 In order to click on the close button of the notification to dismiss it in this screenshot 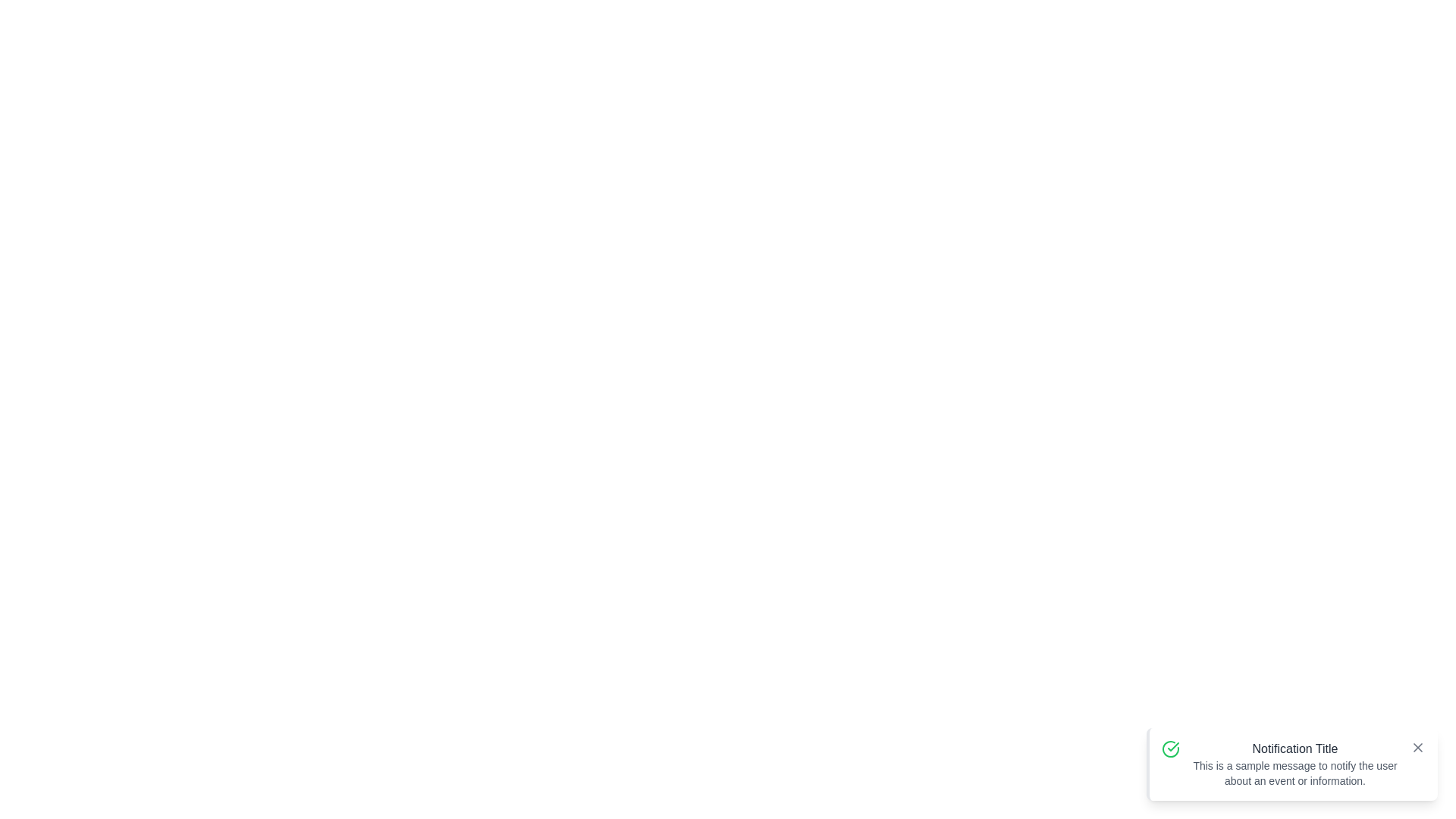, I will do `click(1417, 747)`.